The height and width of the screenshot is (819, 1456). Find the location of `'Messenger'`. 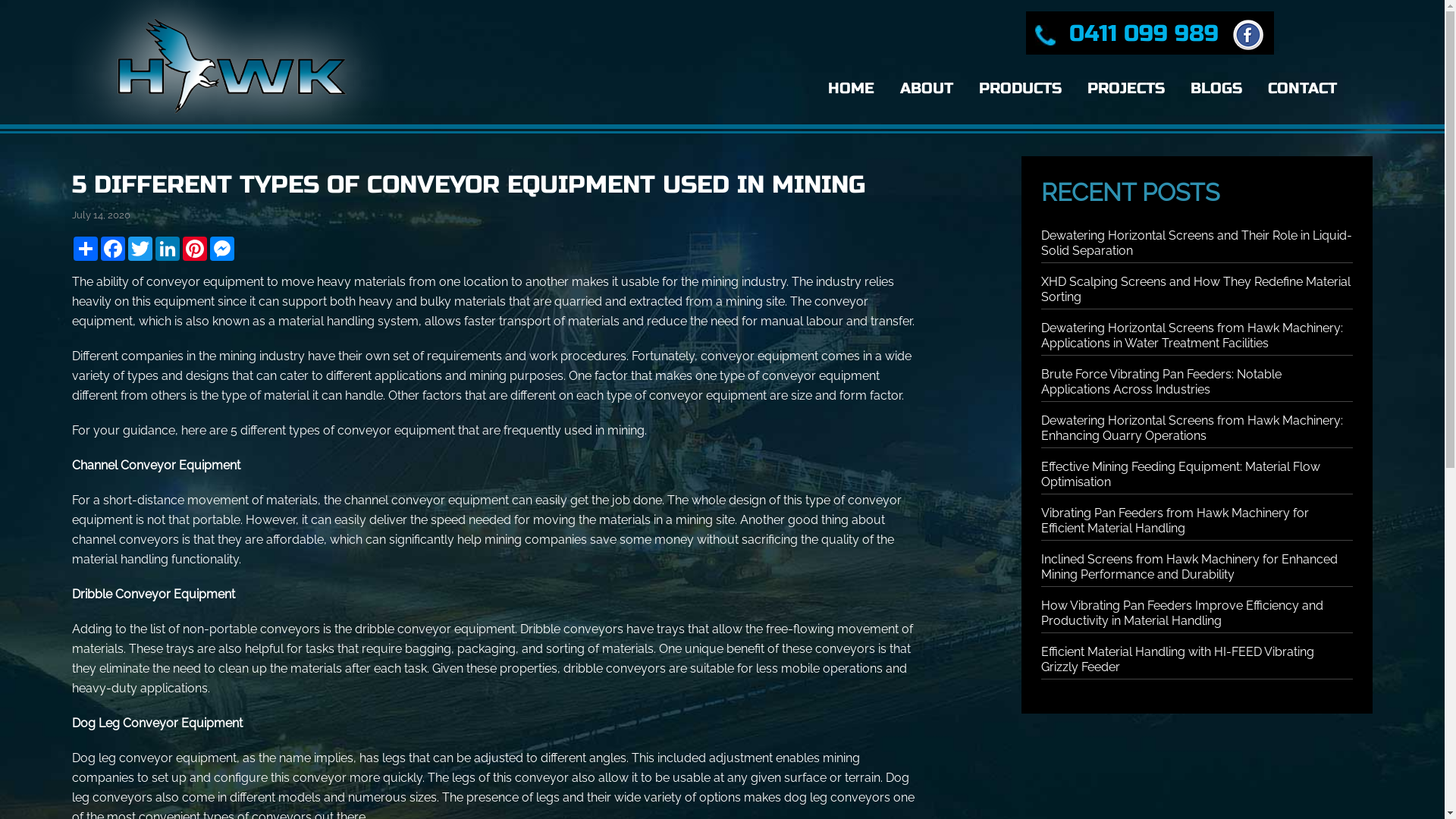

'Messenger' is located at coordinates (221, 247).